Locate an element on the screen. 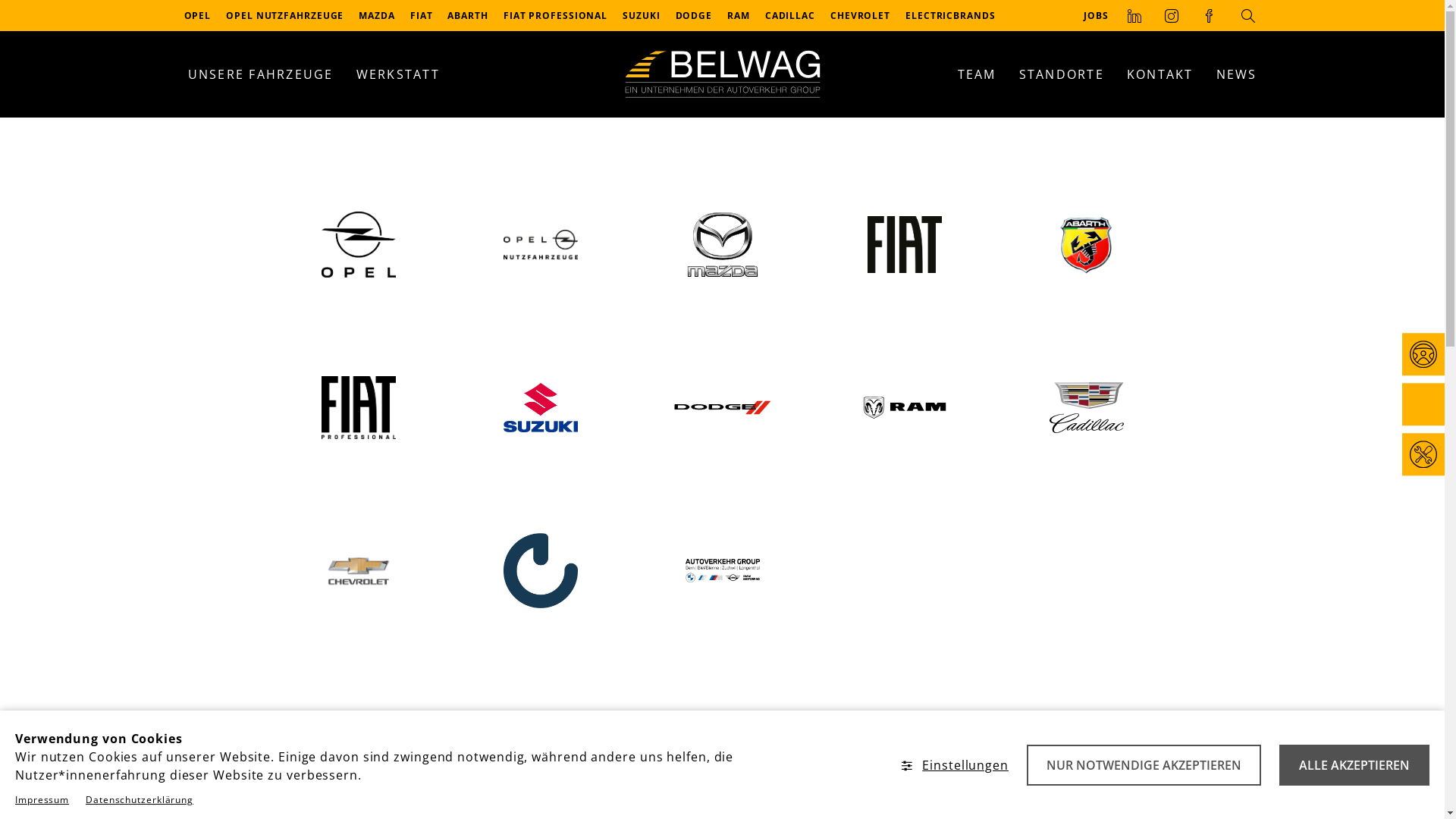 Image resolution: width=1456 pixels, height=819 pixels. 'Cadillac' is located at coordinates (1084, 406).